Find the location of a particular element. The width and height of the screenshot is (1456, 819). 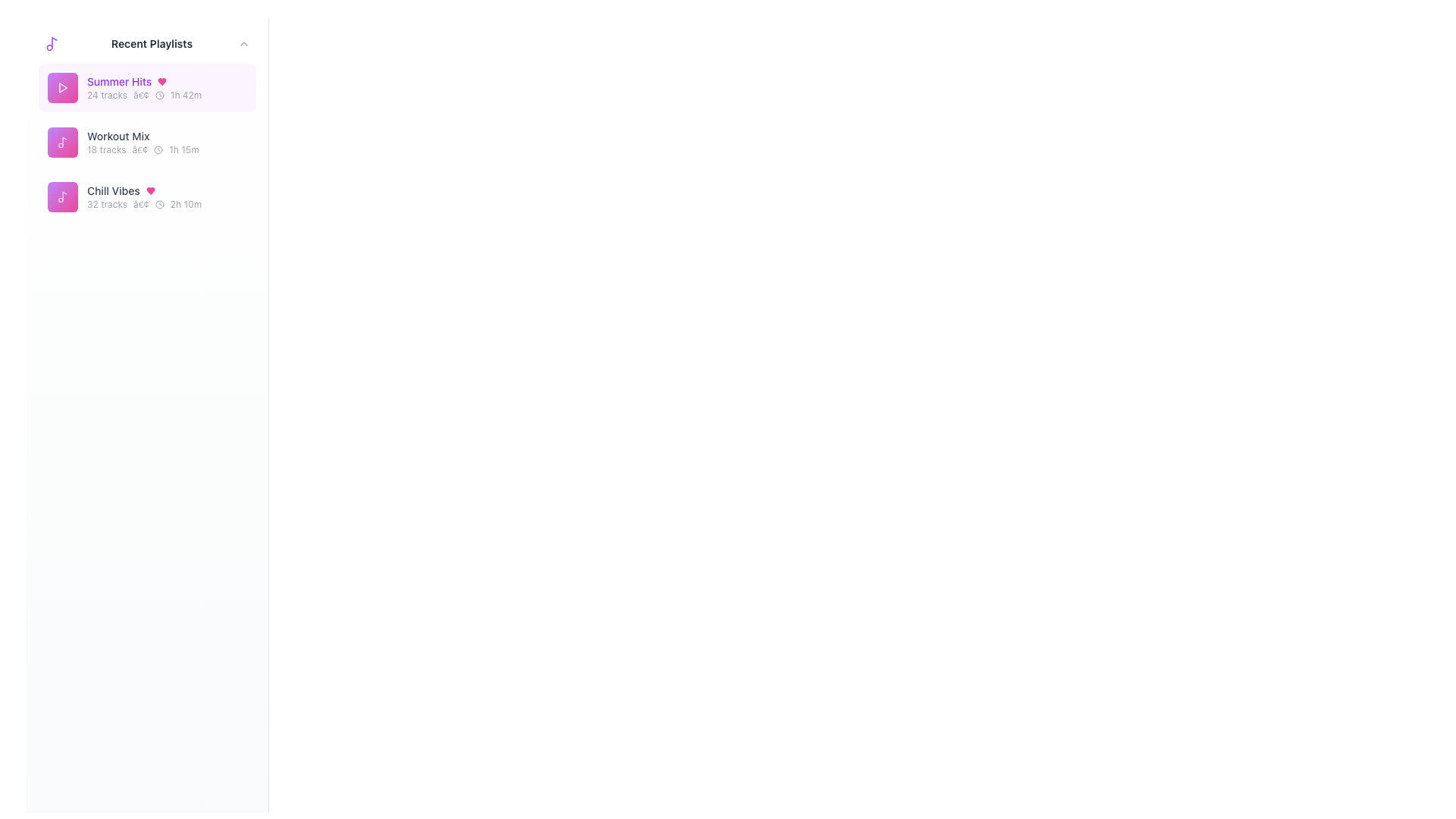

information displayed on the text label with icon located below the 'Workout Mix' header in the second position of the playlist is located at coordinates (167, 149).